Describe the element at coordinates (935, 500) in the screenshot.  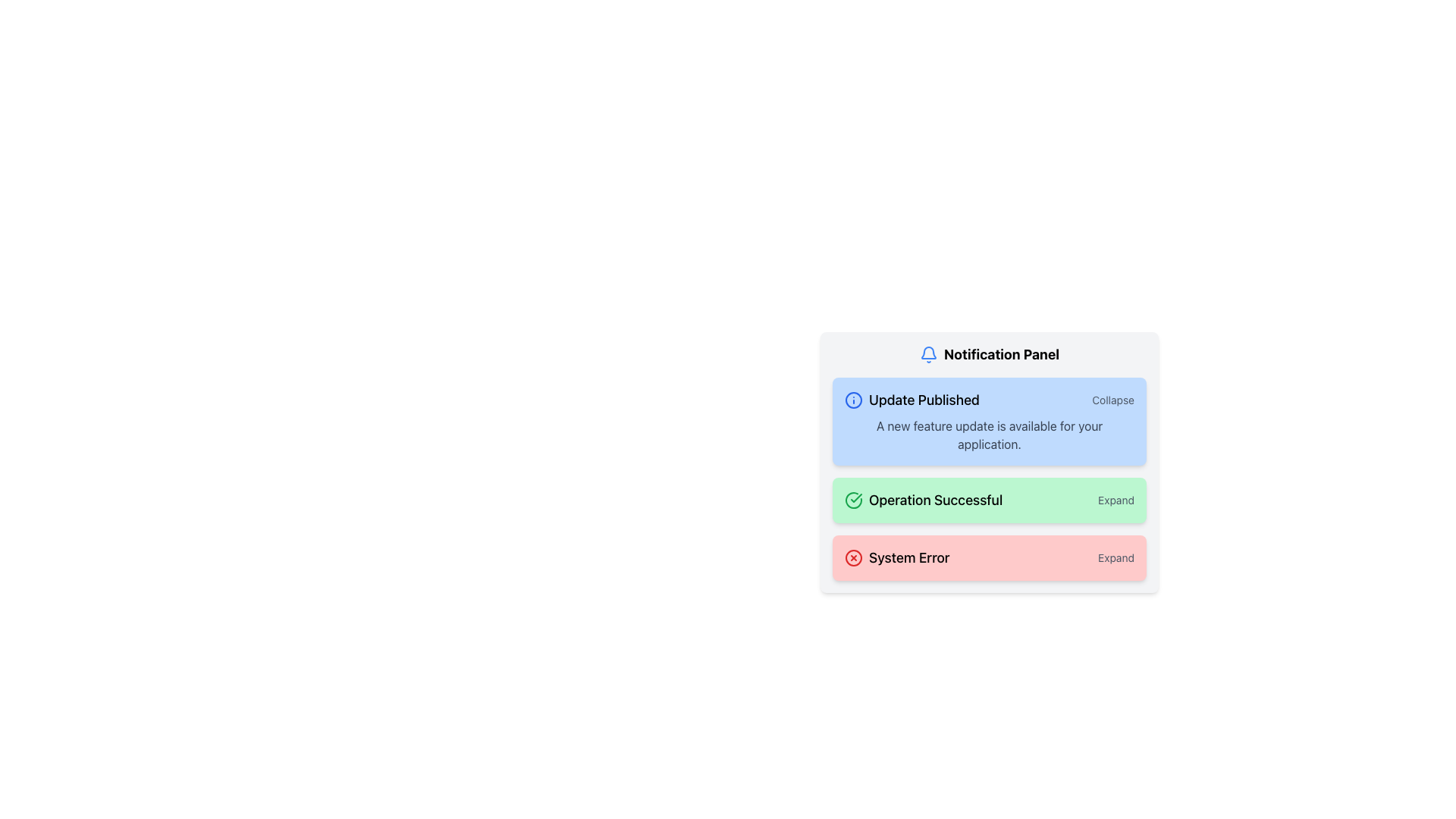
I see `the text label displaying 'Operation Successful.' located in the green-highlighted section of the notification interface` at that location.